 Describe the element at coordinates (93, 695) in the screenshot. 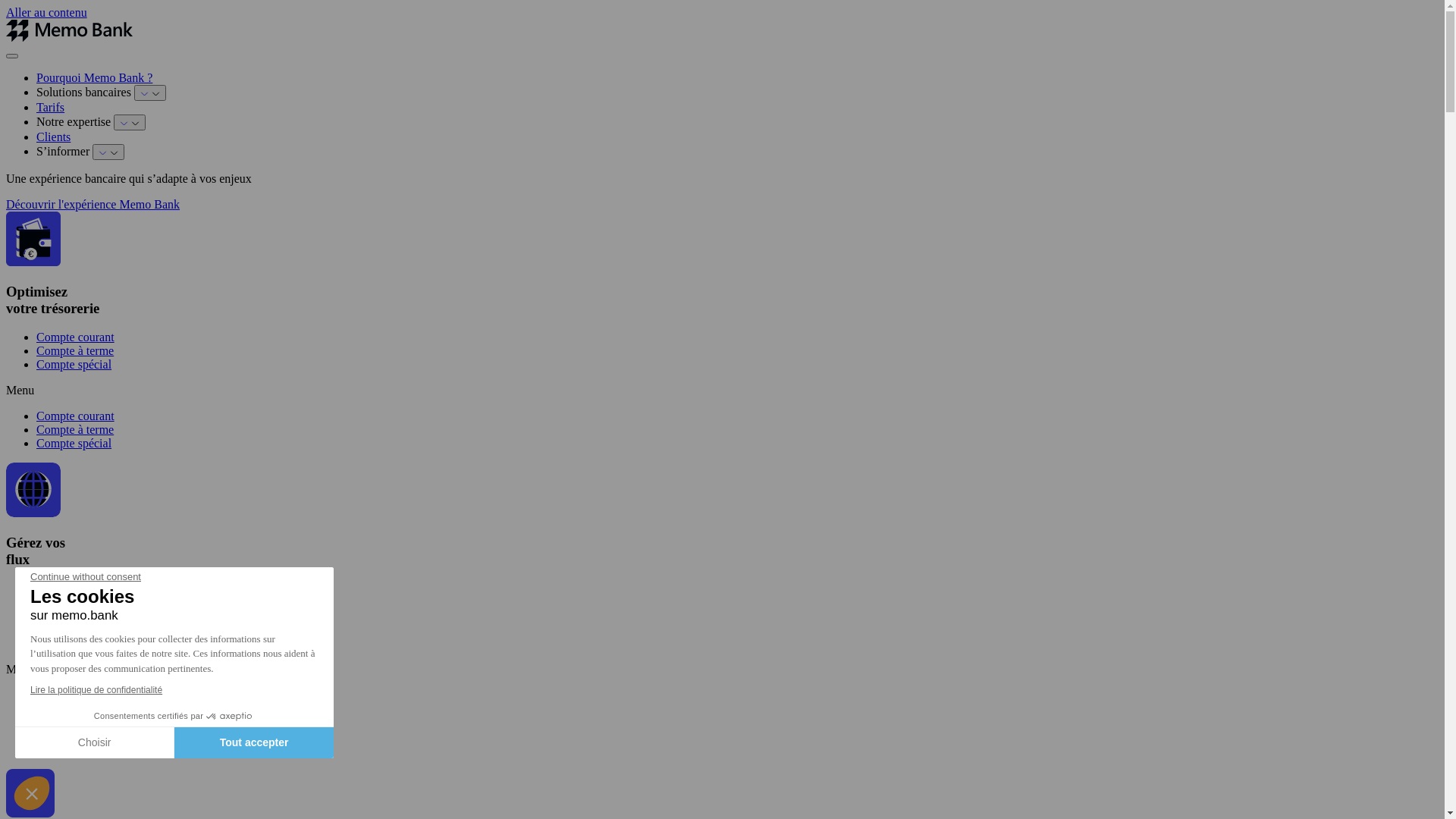

I see `'Automatisation des flux'` at that location.